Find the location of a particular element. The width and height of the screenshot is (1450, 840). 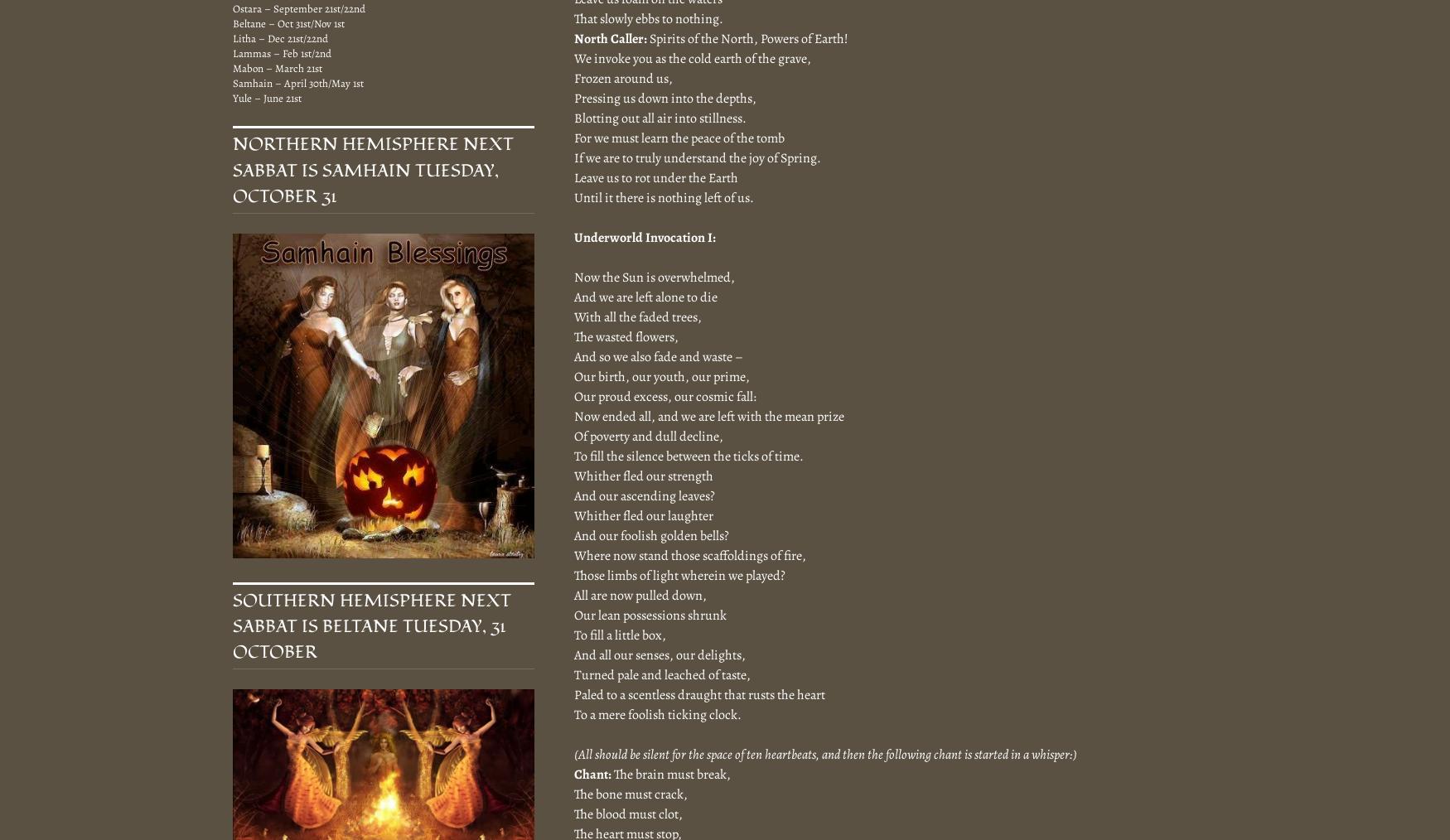

'Southern Hemisphere Next Sabbat is Beltane Tuesday, 31 October' is located at coordinates (372, 625).